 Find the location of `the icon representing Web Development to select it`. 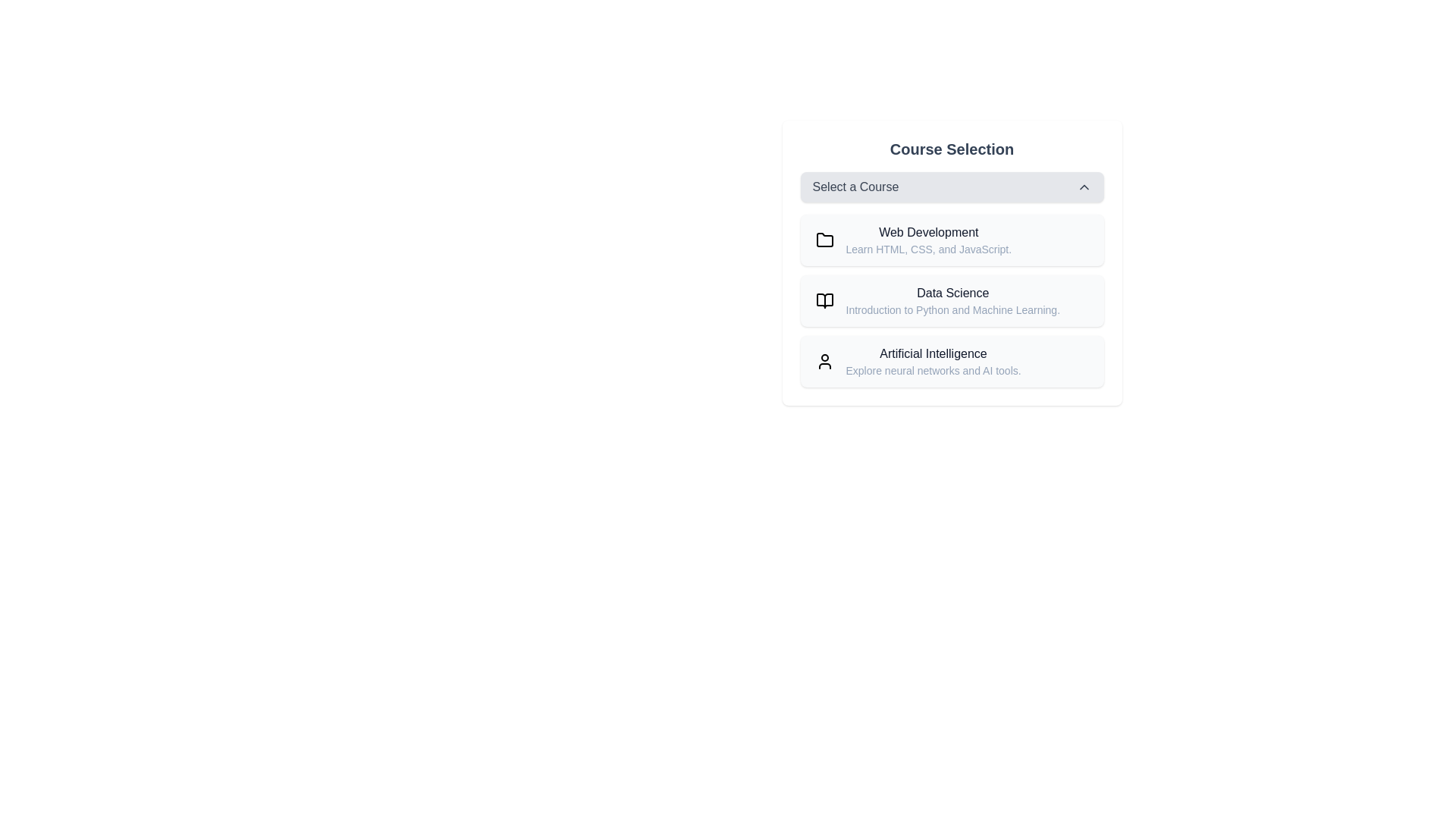

the icon representing Web Development to select it is located at coordinates (824, 239).